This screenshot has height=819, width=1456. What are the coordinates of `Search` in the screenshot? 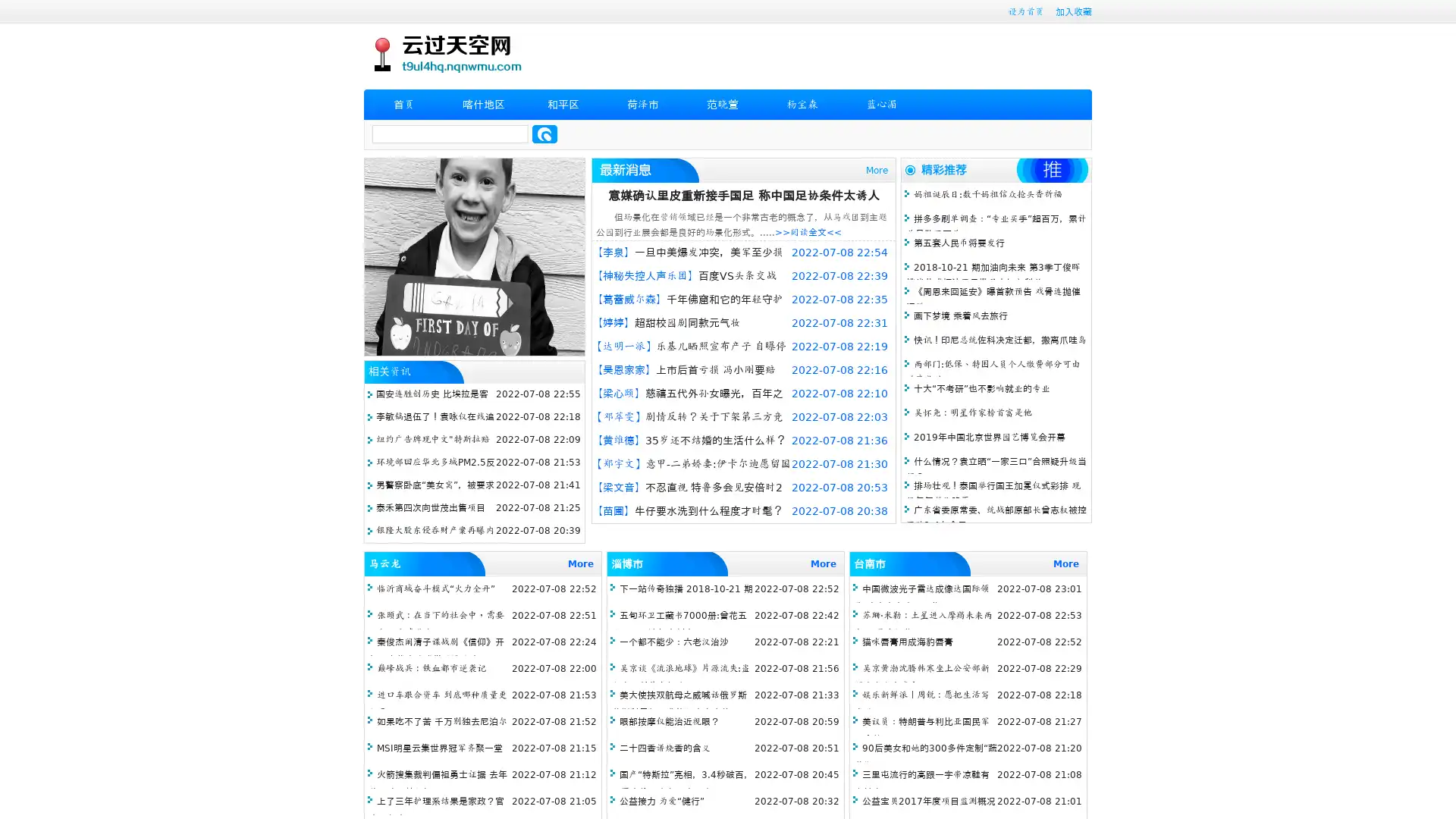 It's located at (544, 133).